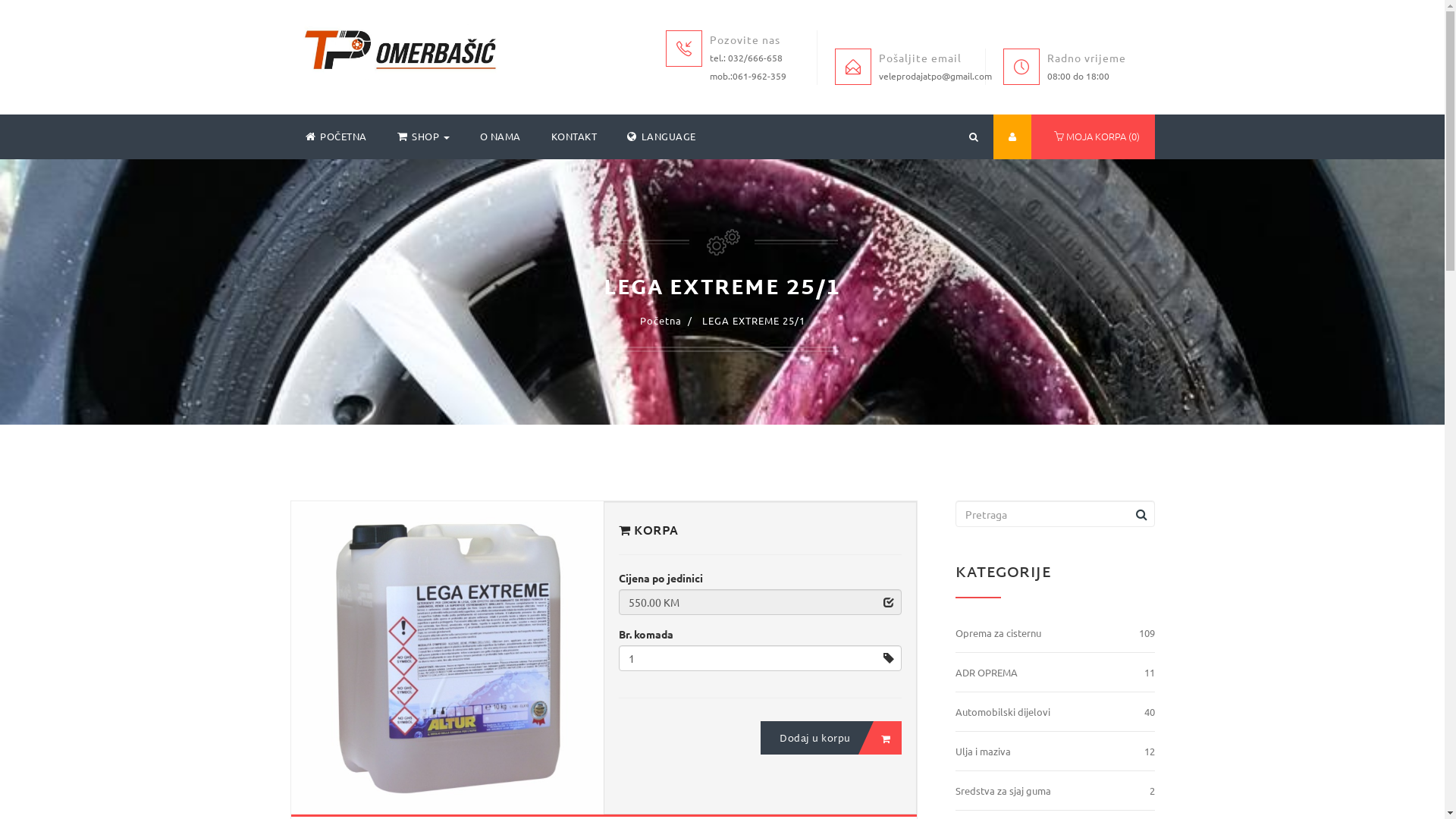 The image size is (1456, 819). I want to click on 'Automobilski dijelovi, so click(1054, 712).